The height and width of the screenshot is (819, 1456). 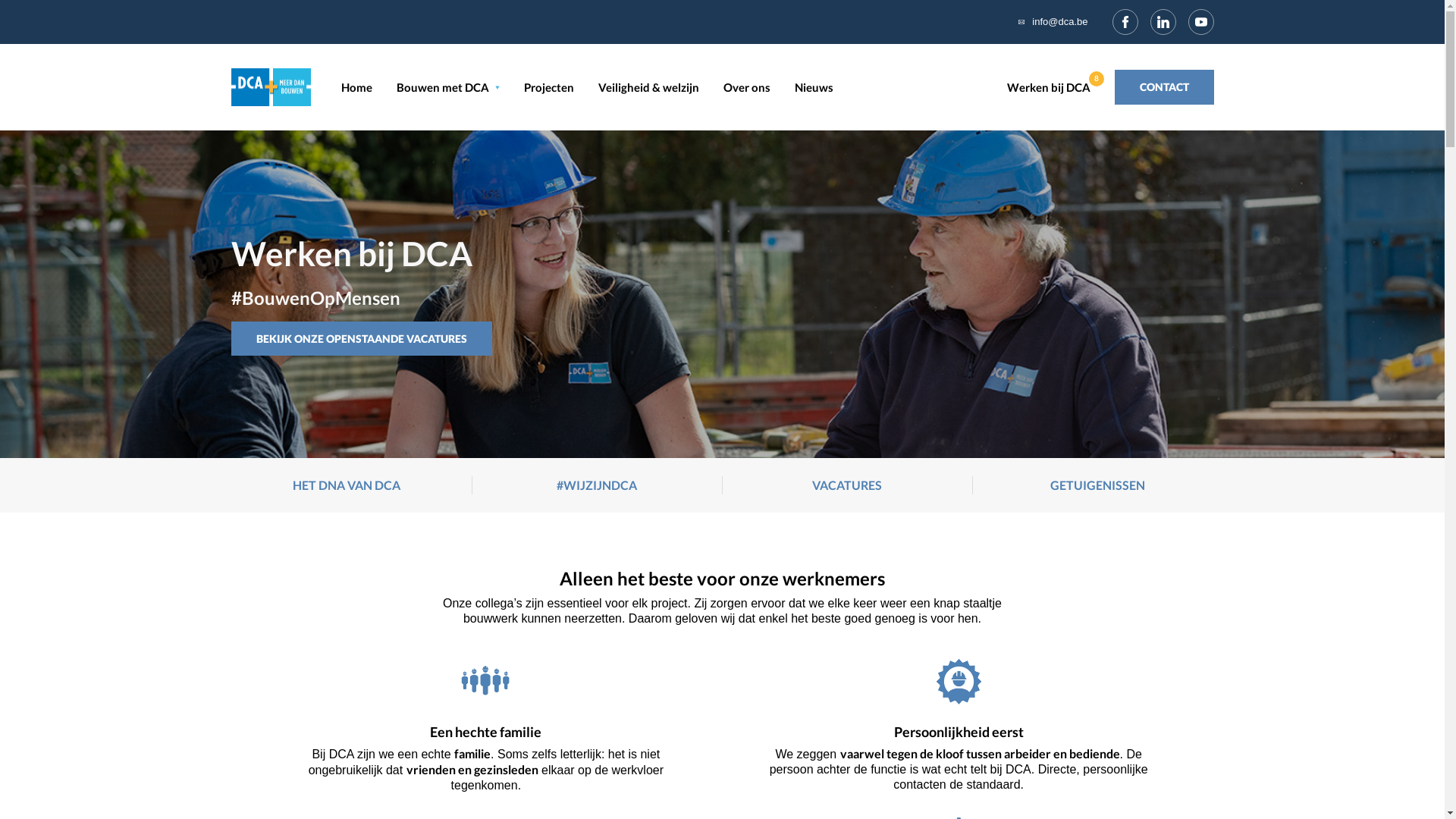 I want to click on 'GETUIGENISSEN', so click(x=1097, y=485).